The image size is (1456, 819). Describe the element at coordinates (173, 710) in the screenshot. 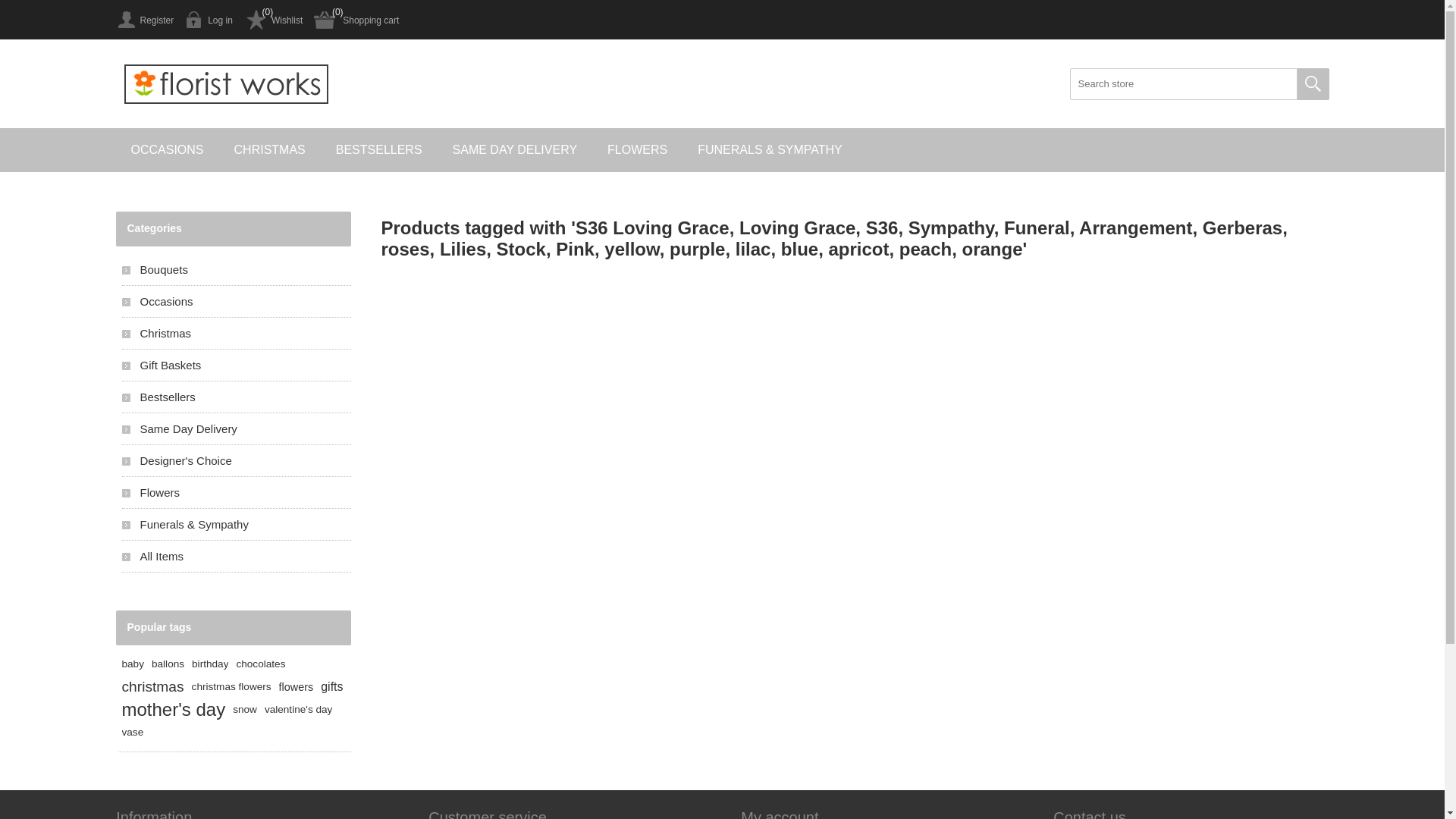

I see `'mother's day'` at that location.